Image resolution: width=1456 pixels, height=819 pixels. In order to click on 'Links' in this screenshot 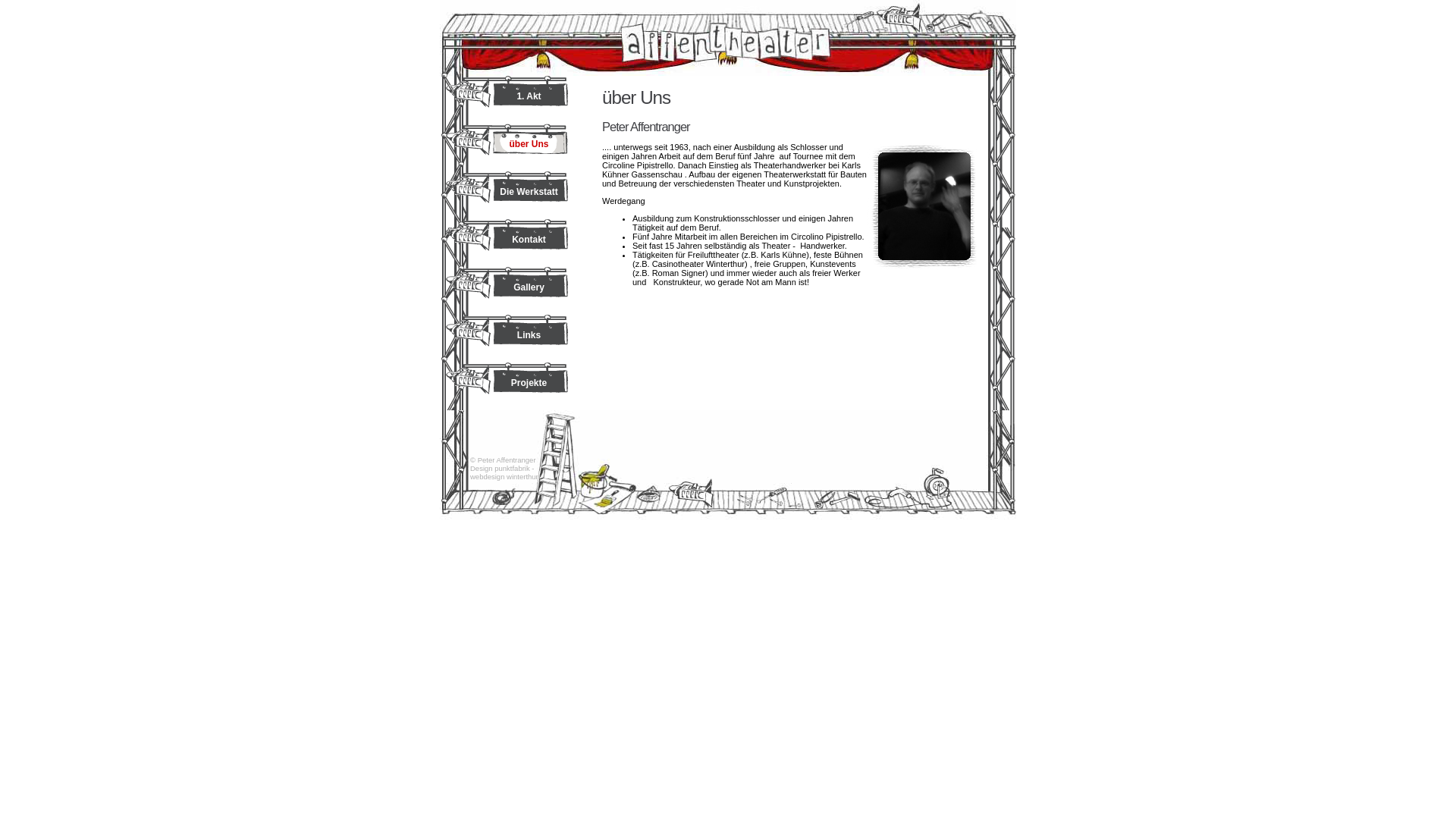, I will do `click(507, 337)`.